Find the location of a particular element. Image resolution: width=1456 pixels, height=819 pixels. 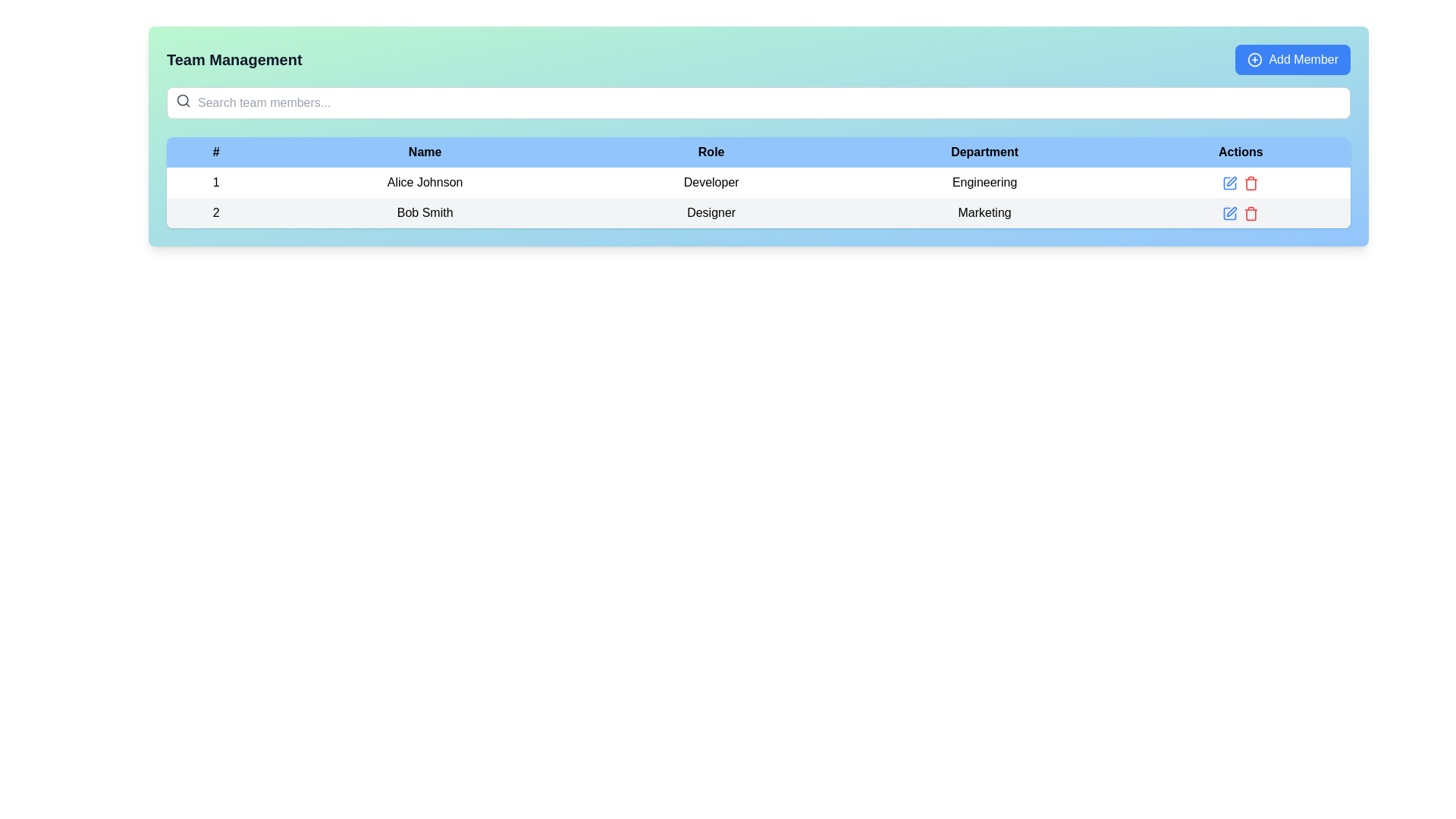

the search icon located at the top left corner of the search bar, which symbolizes the search function is located at coordinates (182, 100).